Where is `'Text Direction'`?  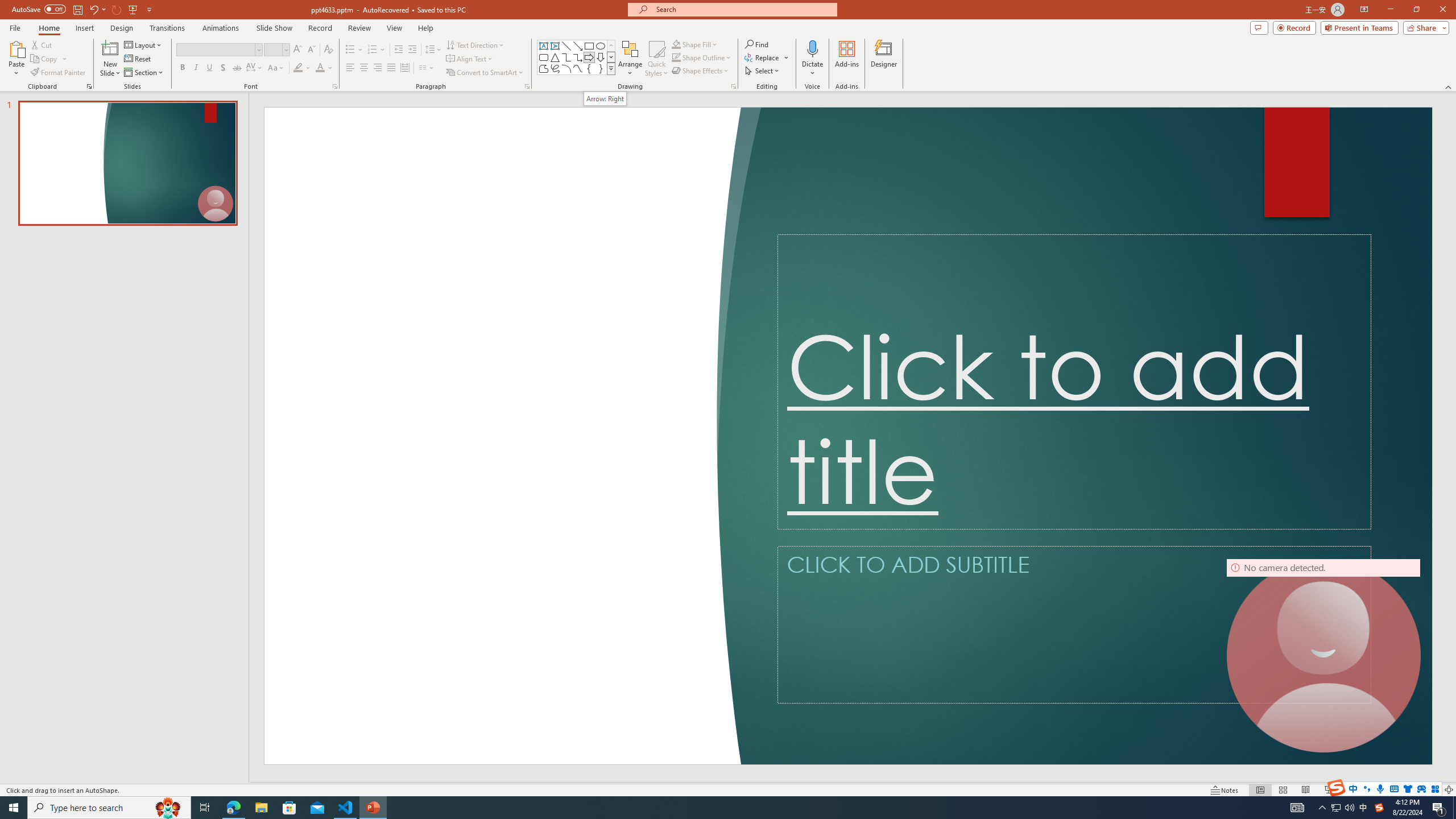 'Text Direction' is located at coordinates (475, 44).